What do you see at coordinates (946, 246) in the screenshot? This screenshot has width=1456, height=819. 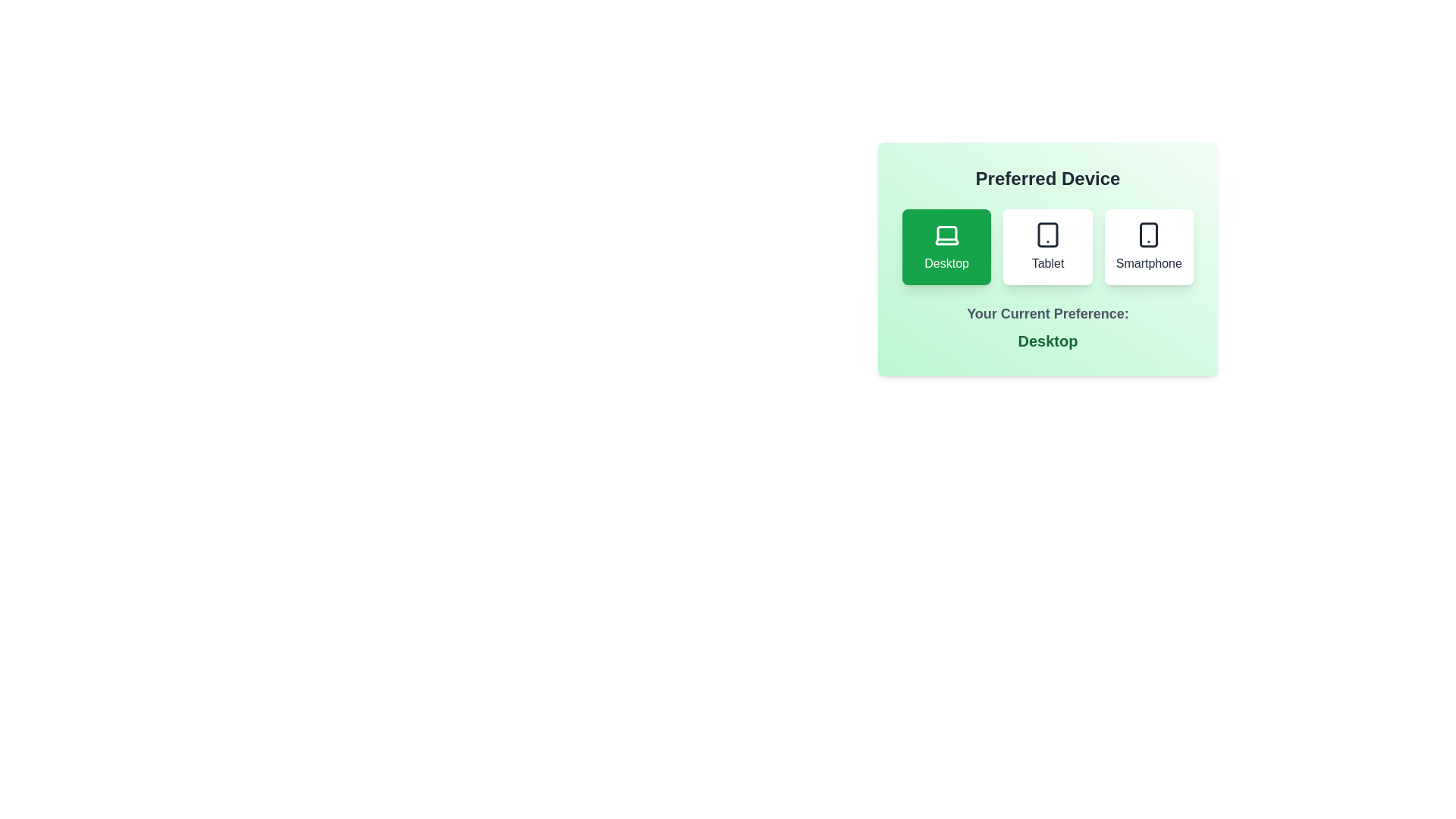 I see `the preferred device by clicking on the corresponding button for Desktop` at bounding box center [946, 246].